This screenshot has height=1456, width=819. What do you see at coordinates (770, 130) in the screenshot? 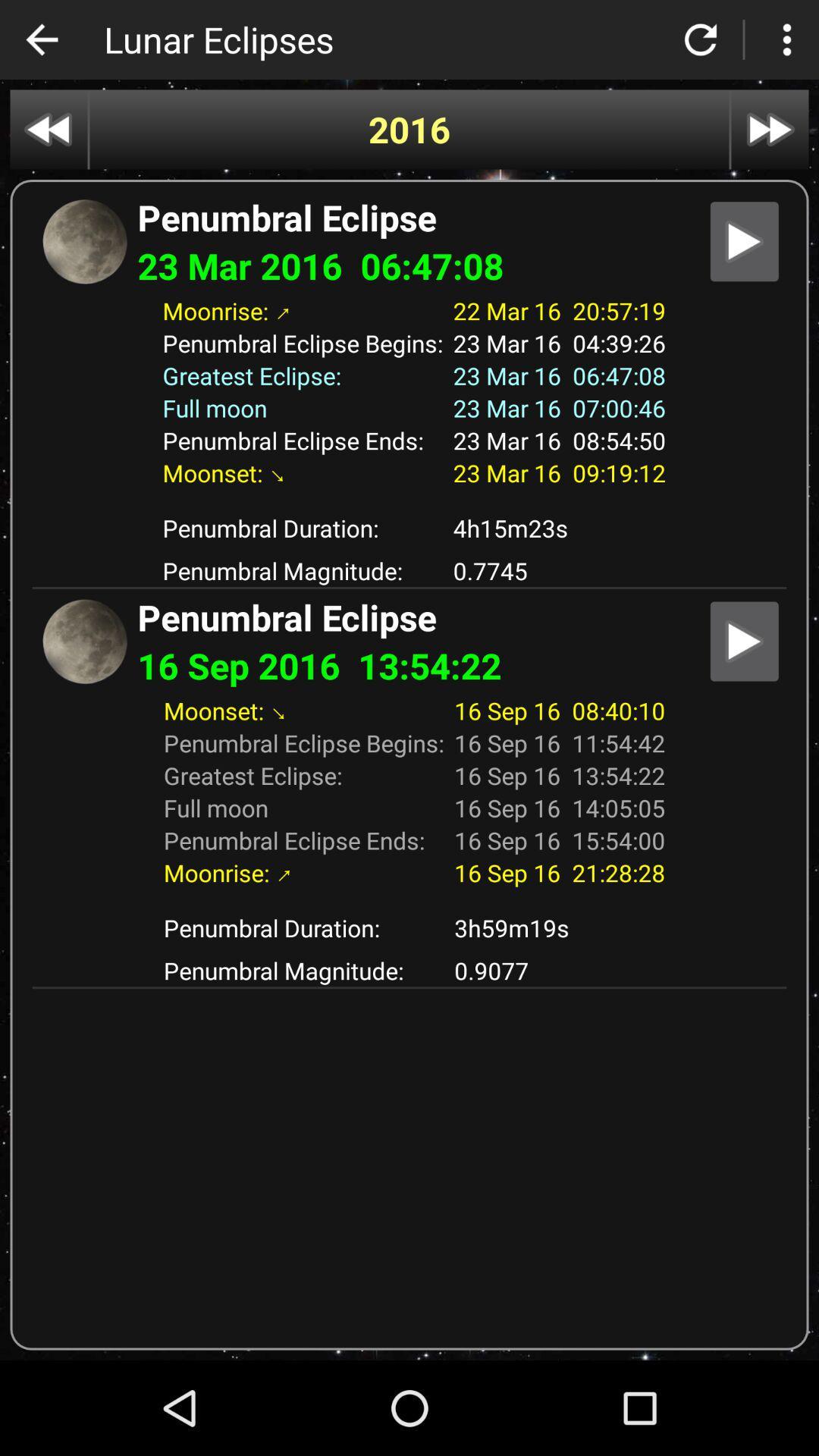
I see `the av_forward icon` at bounding box center [770, 130].